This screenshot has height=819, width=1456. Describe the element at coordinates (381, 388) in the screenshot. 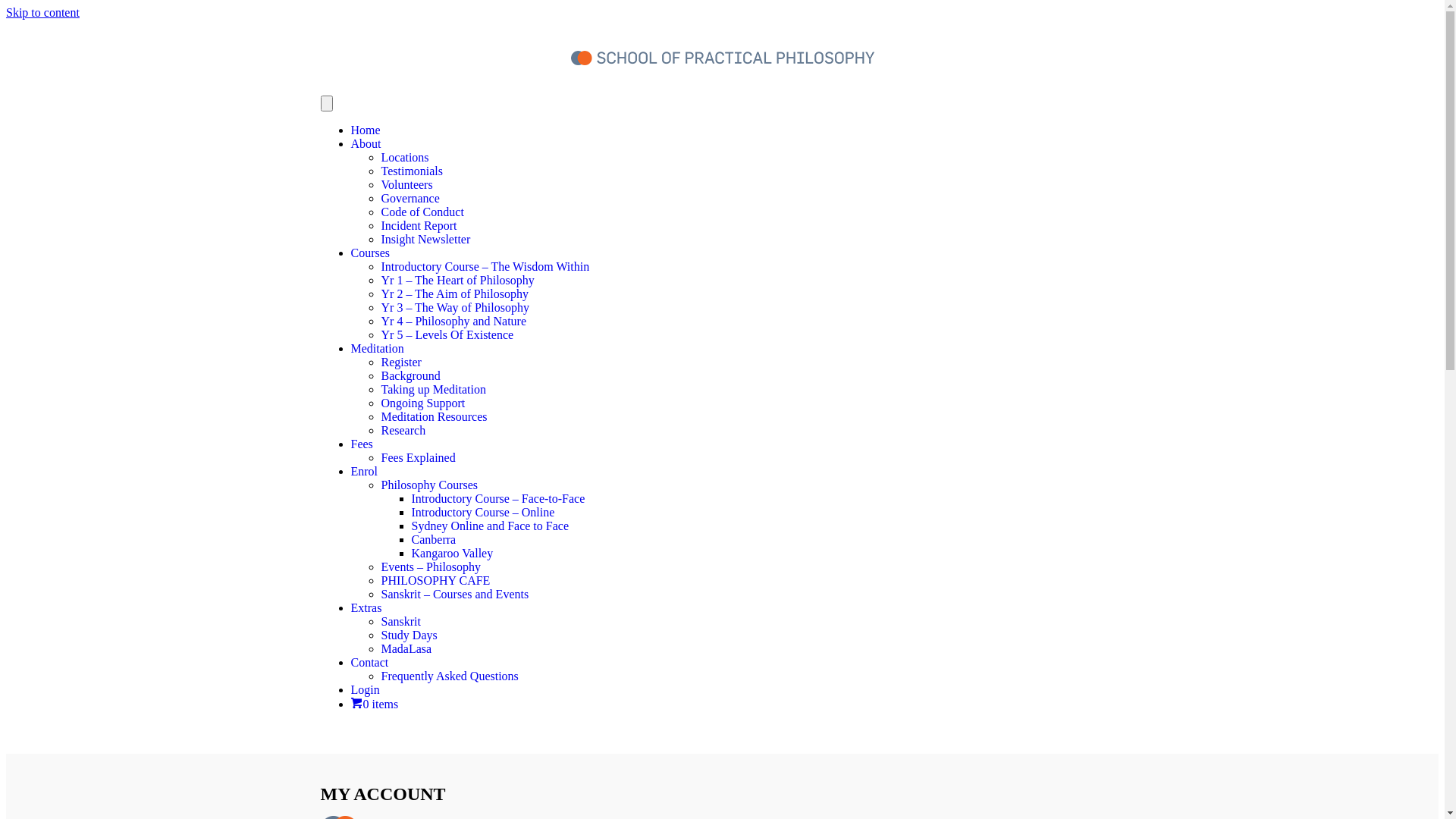

I see `'Taking up Meditation'` at that location.